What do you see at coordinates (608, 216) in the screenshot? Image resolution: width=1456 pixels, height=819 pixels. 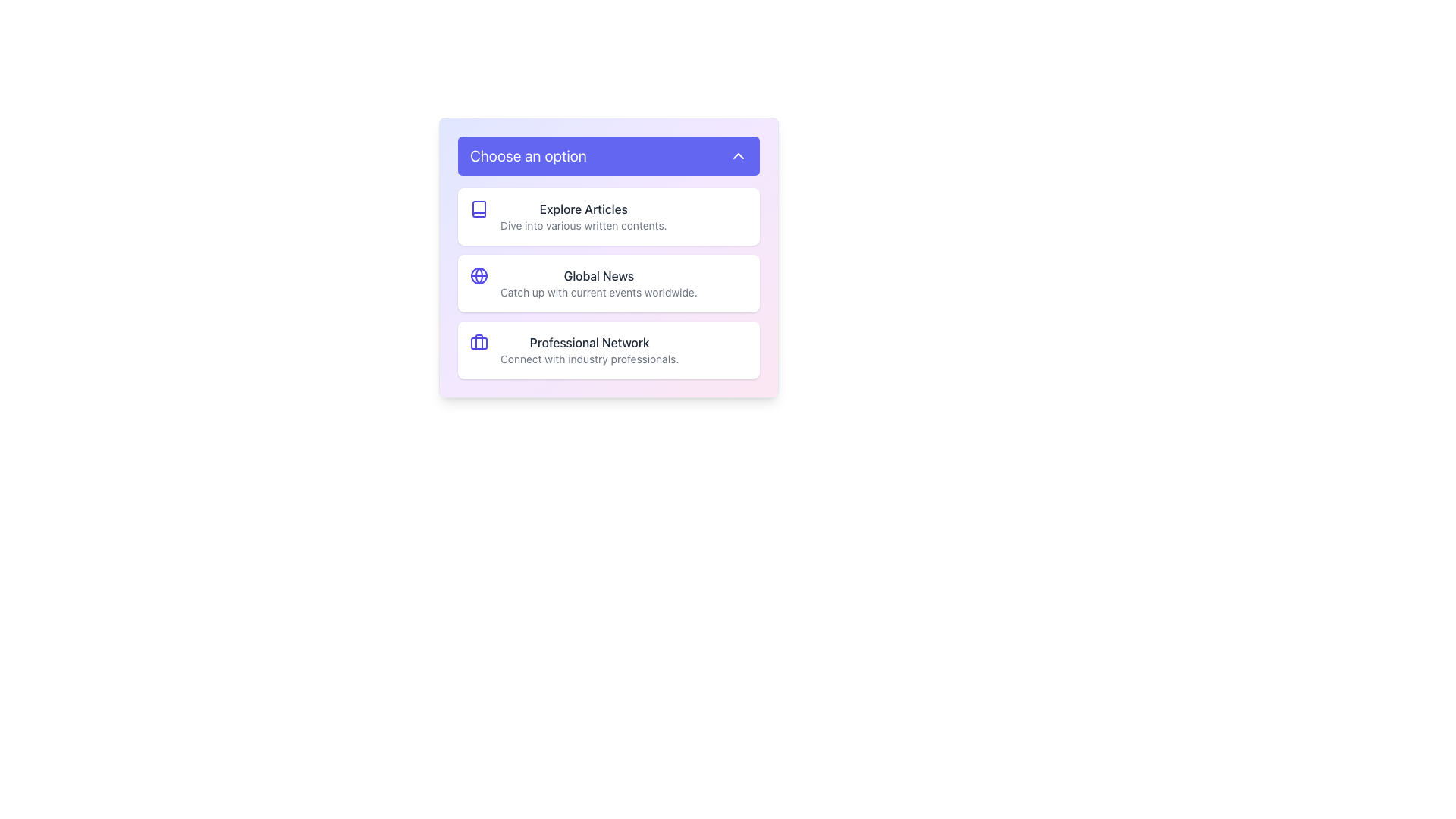 I see `the selectable list item titled 'Explore Articles'` at bounding box center [608, 216].